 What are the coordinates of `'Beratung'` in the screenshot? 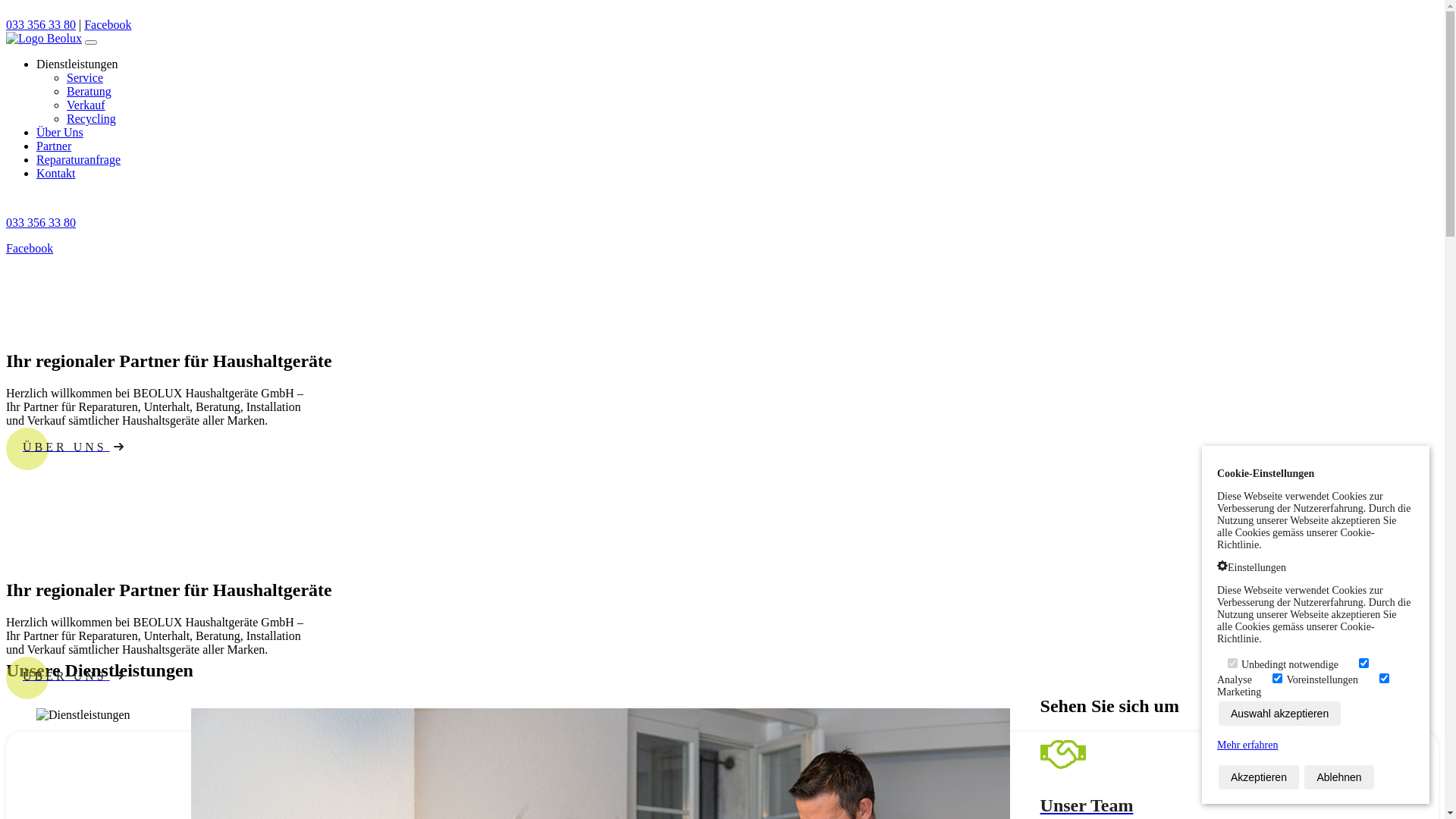 It's located at (88, 91).